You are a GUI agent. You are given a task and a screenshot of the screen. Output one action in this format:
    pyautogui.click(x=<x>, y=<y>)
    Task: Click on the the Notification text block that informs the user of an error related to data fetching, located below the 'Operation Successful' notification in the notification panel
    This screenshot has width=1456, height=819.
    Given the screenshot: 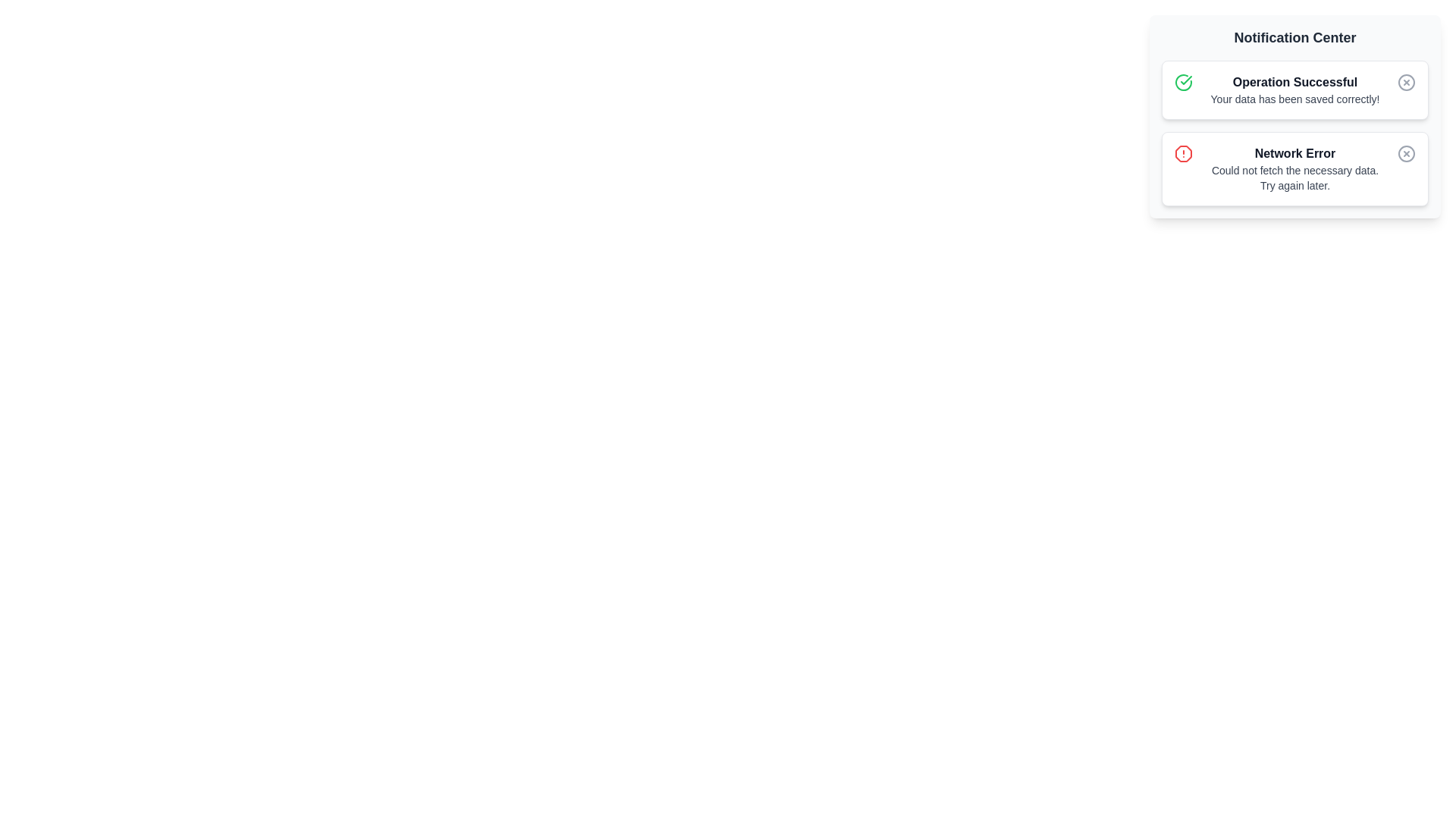 What is the action you would take?
    pyautogui.click(x=1294, y=169)
    